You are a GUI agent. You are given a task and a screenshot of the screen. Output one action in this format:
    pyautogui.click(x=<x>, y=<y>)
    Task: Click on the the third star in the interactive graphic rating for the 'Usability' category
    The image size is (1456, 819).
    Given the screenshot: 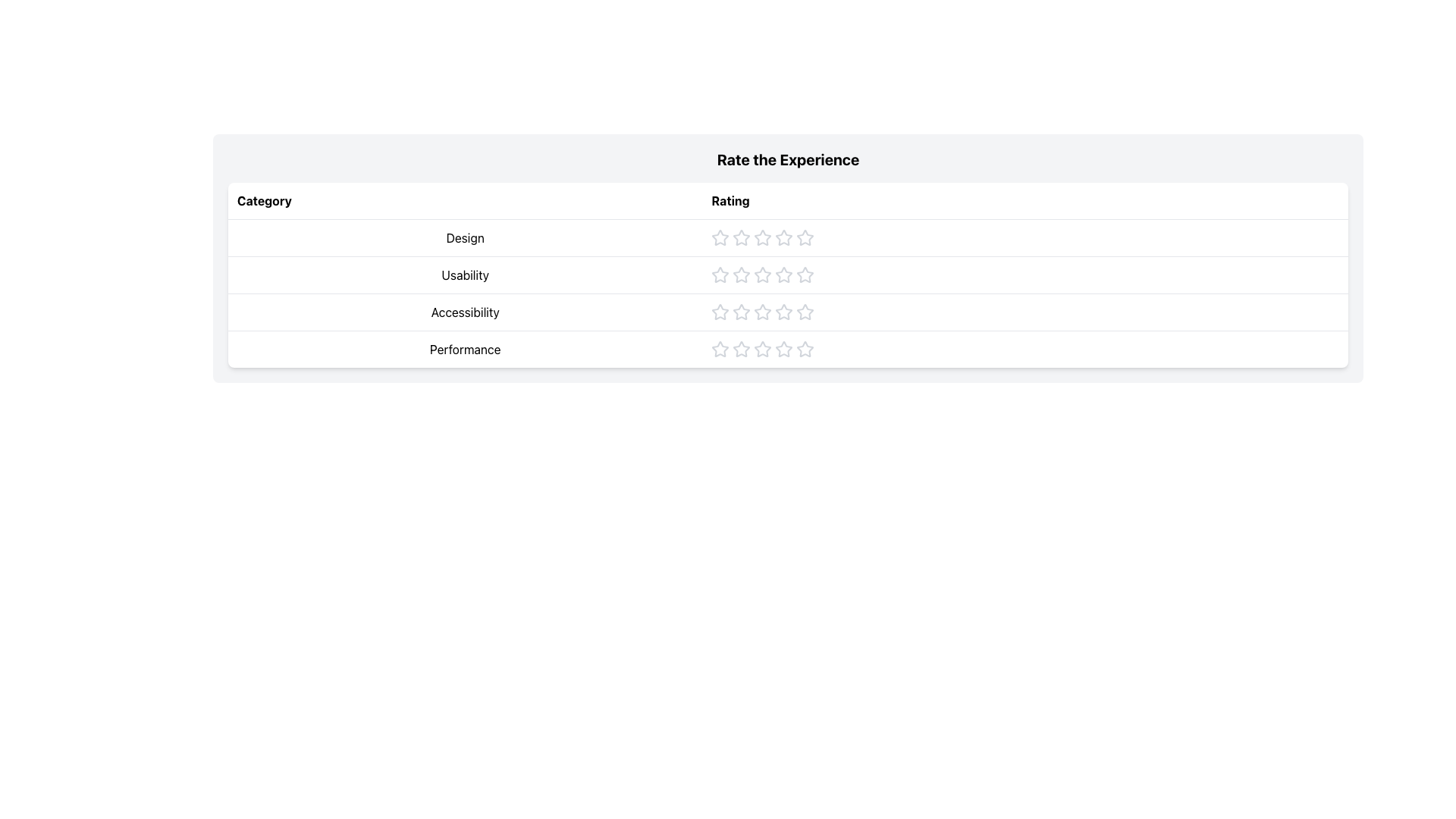 What is the action you would take?
    pyautogui.click(x=763, y=275)
    